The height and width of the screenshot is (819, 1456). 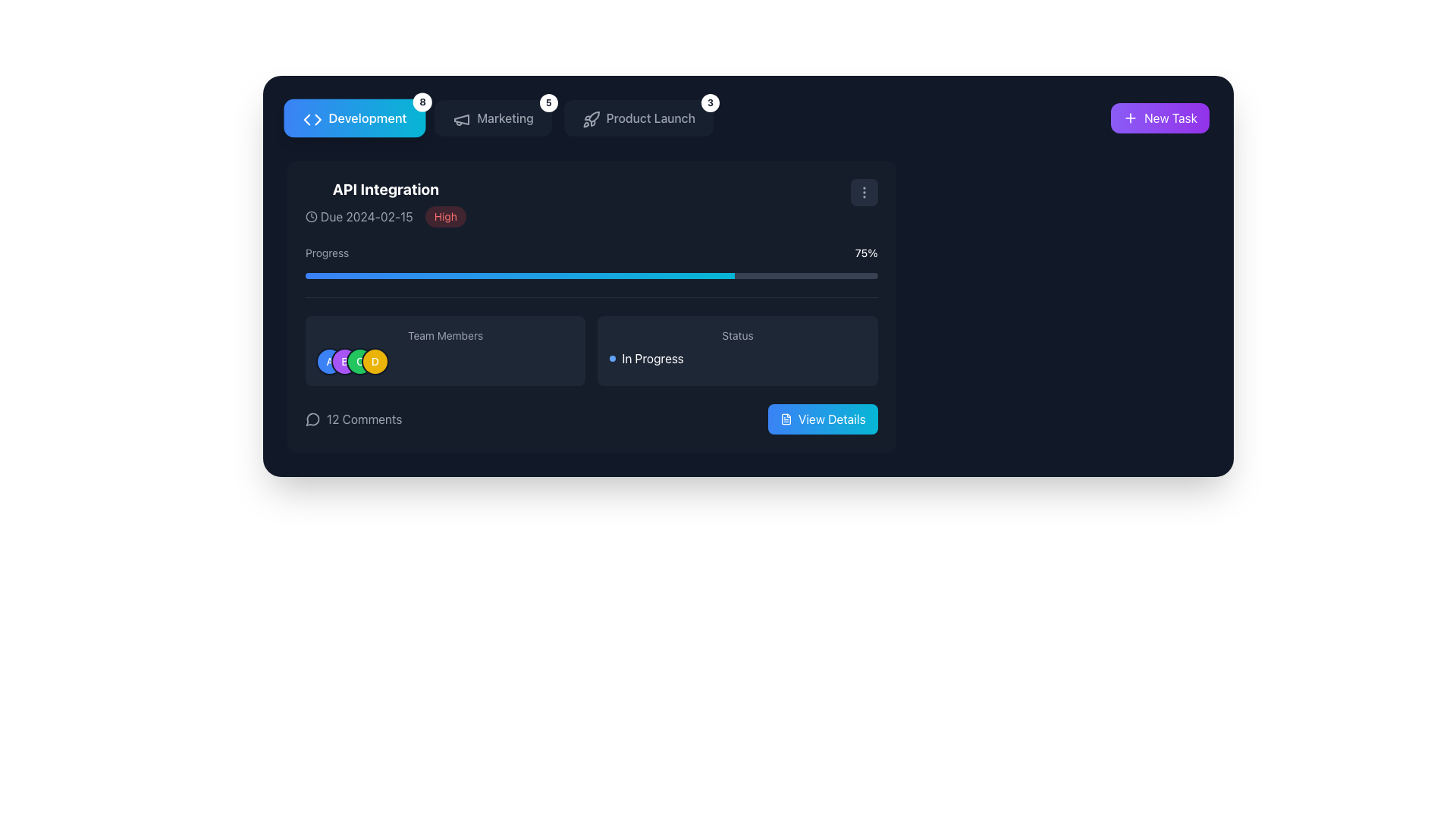 I want to click on the 'Marketing' text label element in the horizontal navigation menu if it is selectable, so click(x=505, y=117).